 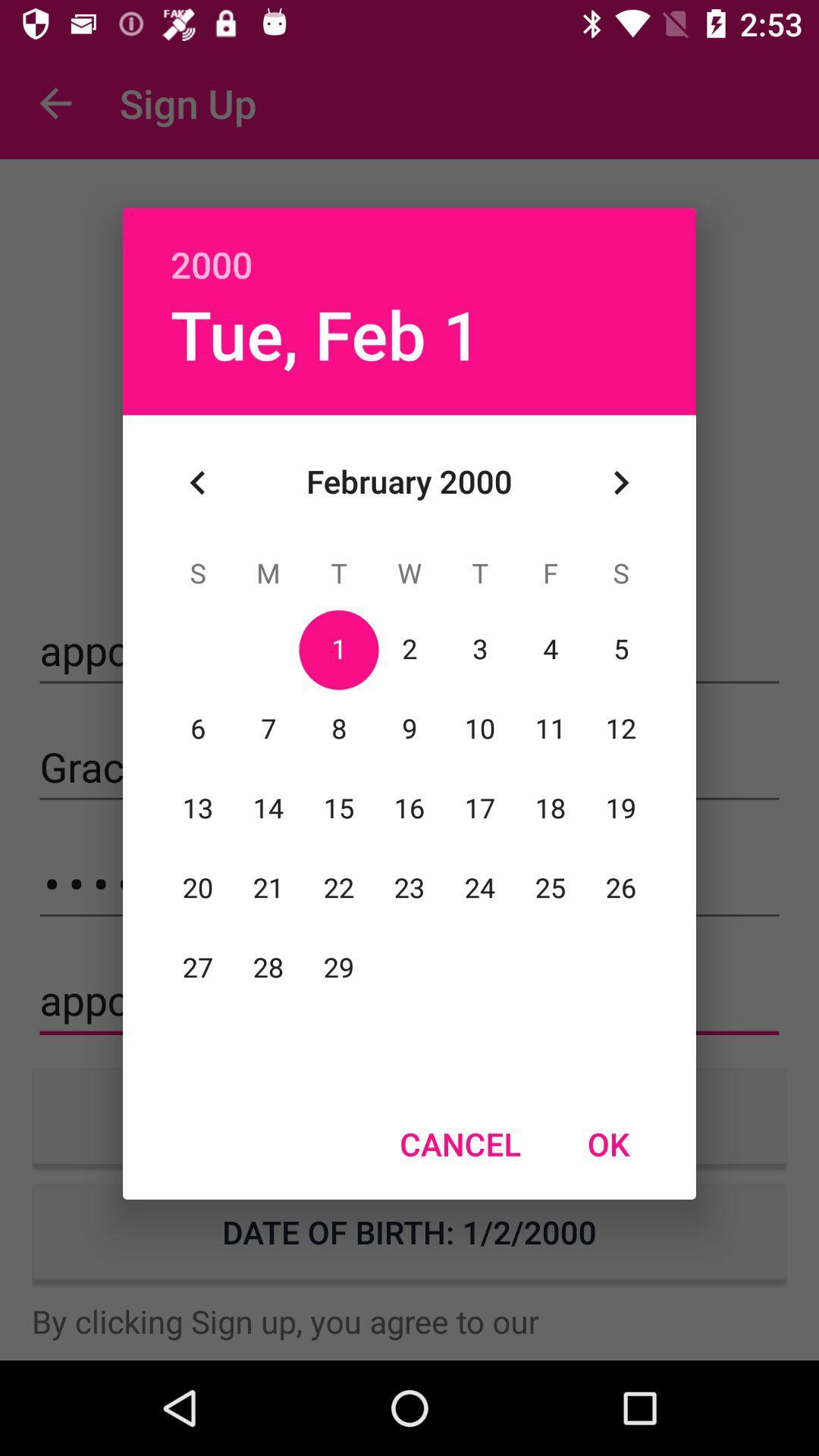 What do you see at coordinates (325, 333) in the screenshot?
I see `the icon below 2000 icon` at bounding box center [325, 333].